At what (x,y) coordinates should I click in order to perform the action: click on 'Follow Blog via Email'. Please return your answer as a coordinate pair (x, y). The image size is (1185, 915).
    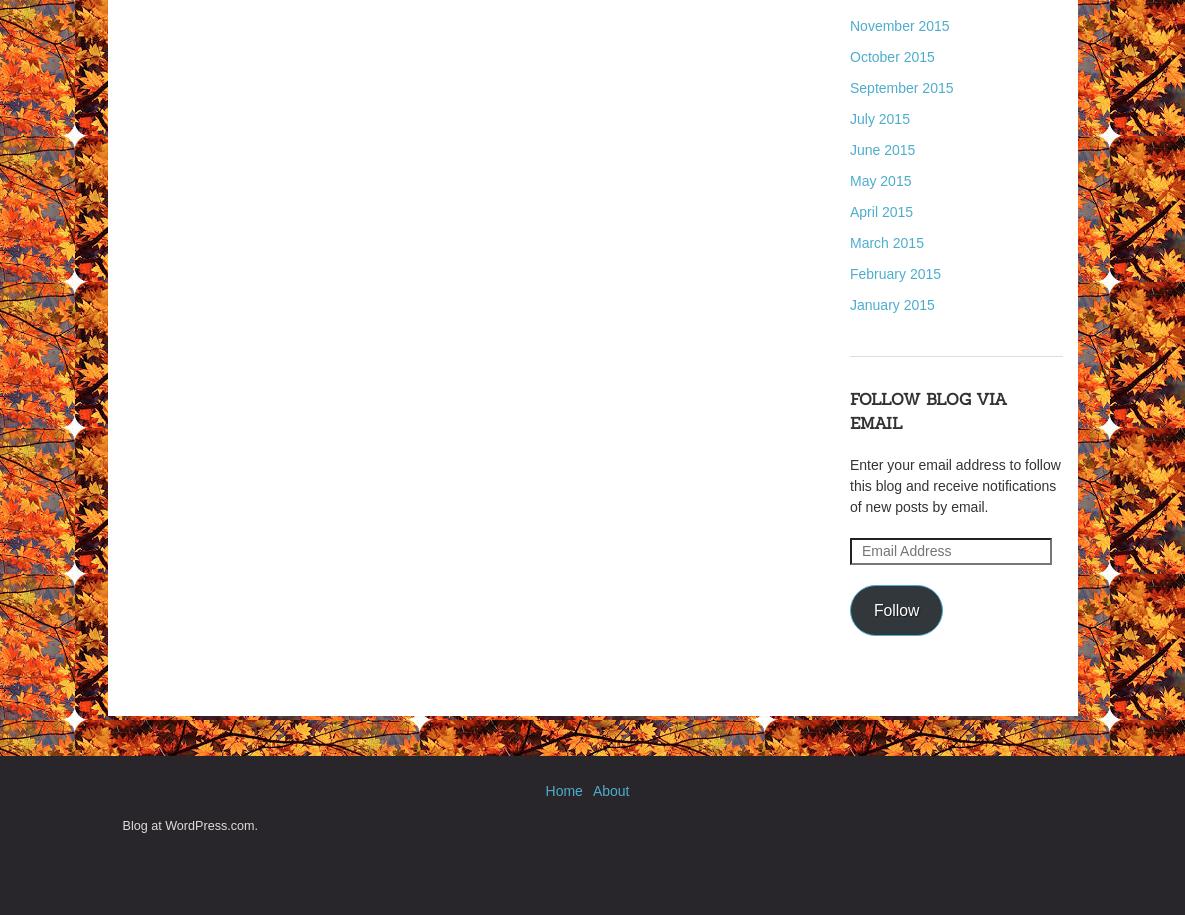
    Looking at the image, I should click on (849, 411).